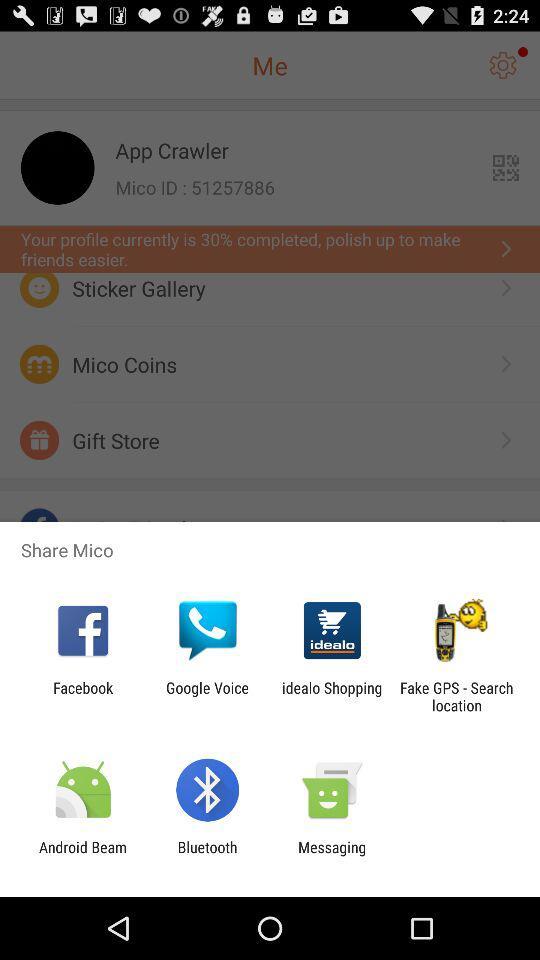 This screenshot has height=960, width=540. Describe the element at coordinates (456, 696) in the screenshot. I see `item at the bottom right corner` at that location.